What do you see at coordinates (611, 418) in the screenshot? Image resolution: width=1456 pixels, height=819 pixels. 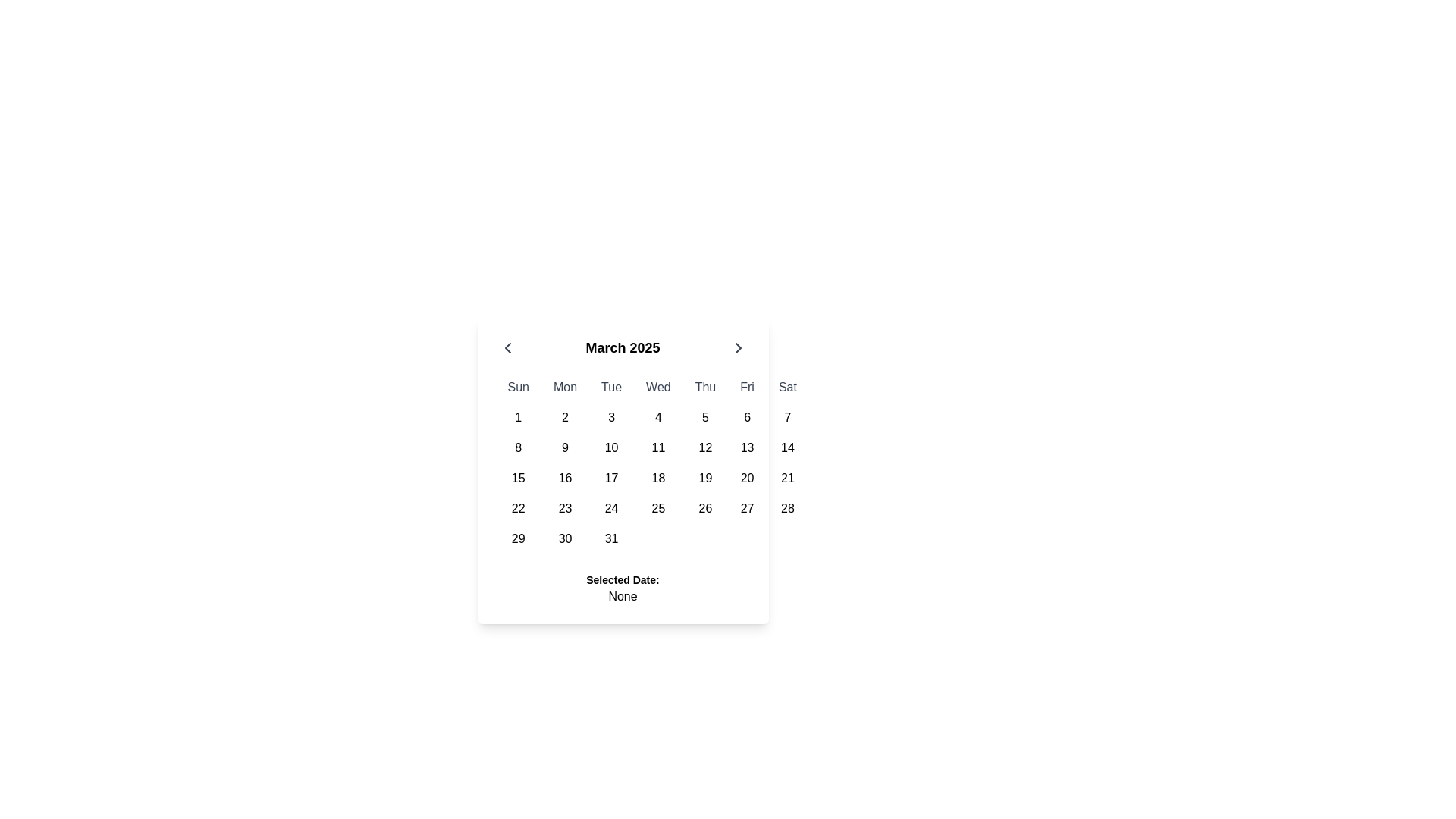 I see `the third button in a sequence of seven selectable items` at bounding box center [611, 418].